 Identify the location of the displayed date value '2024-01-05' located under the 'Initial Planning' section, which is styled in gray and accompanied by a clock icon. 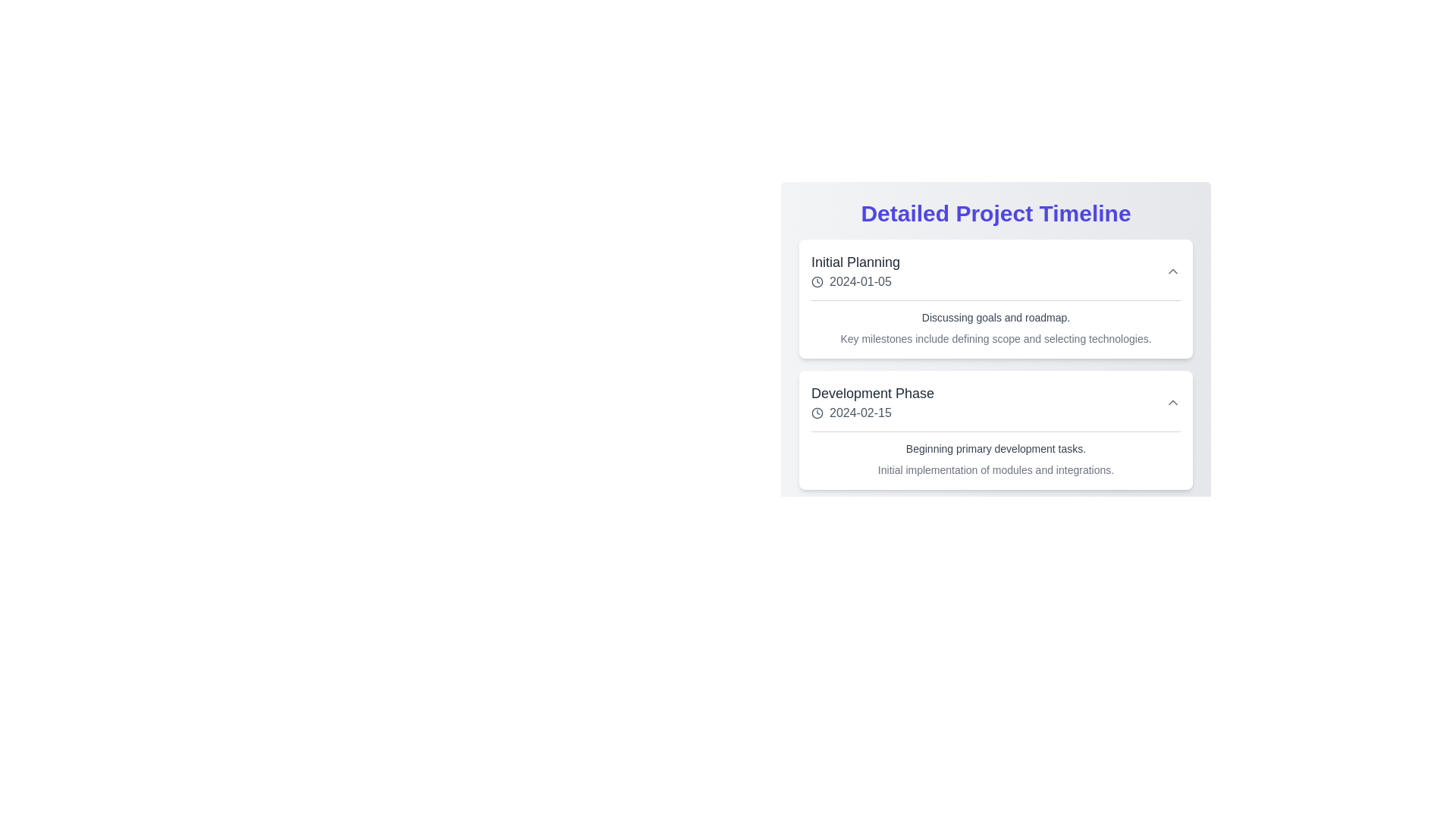
(855, 281).